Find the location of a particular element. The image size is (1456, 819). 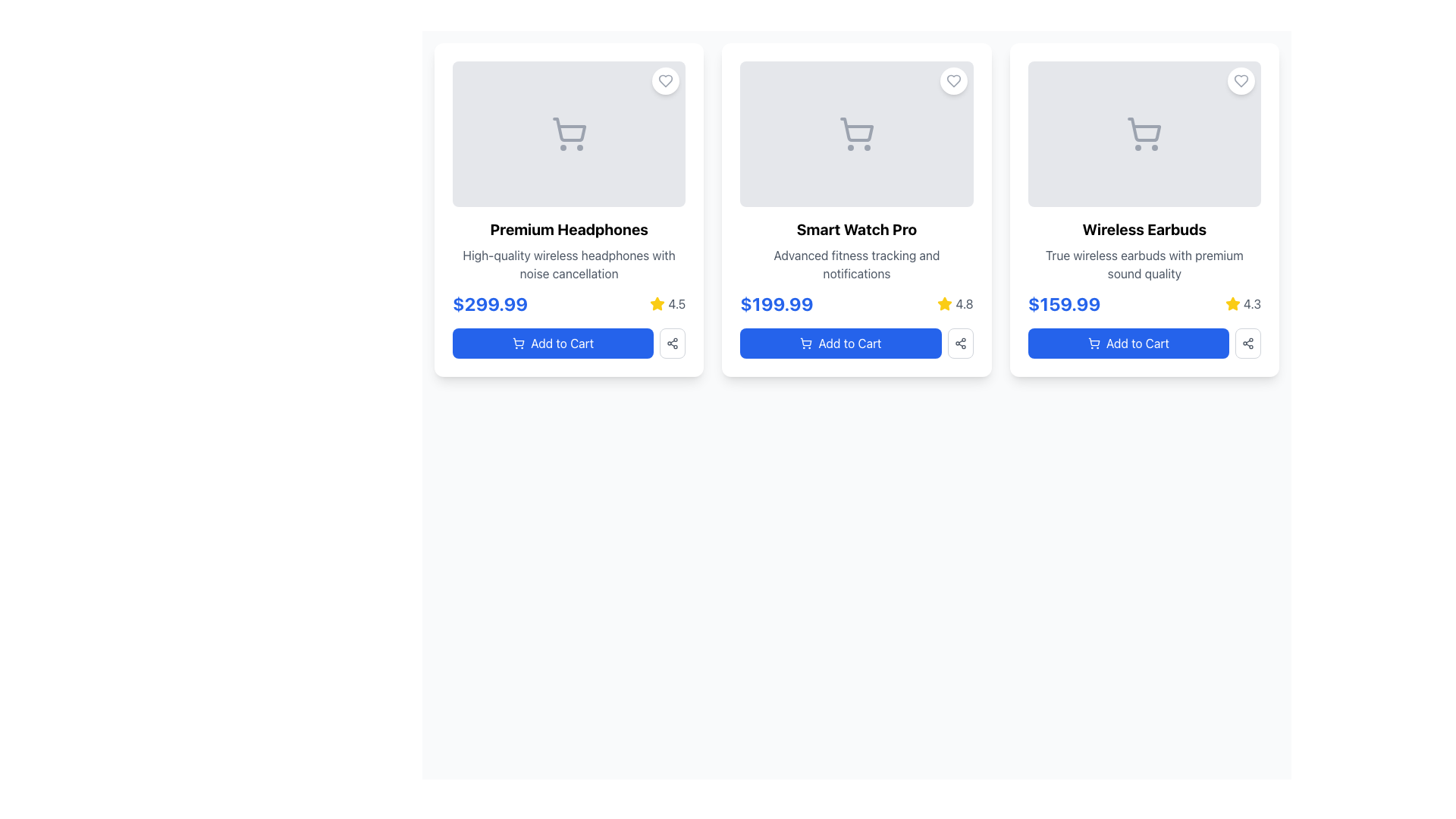

rating value displayed in the rating indicator, which shows a rating of 4.5 and is located in the upper right corner of the 'Premium Headphones' card, next to the price label is located at coordinates (667, 304).